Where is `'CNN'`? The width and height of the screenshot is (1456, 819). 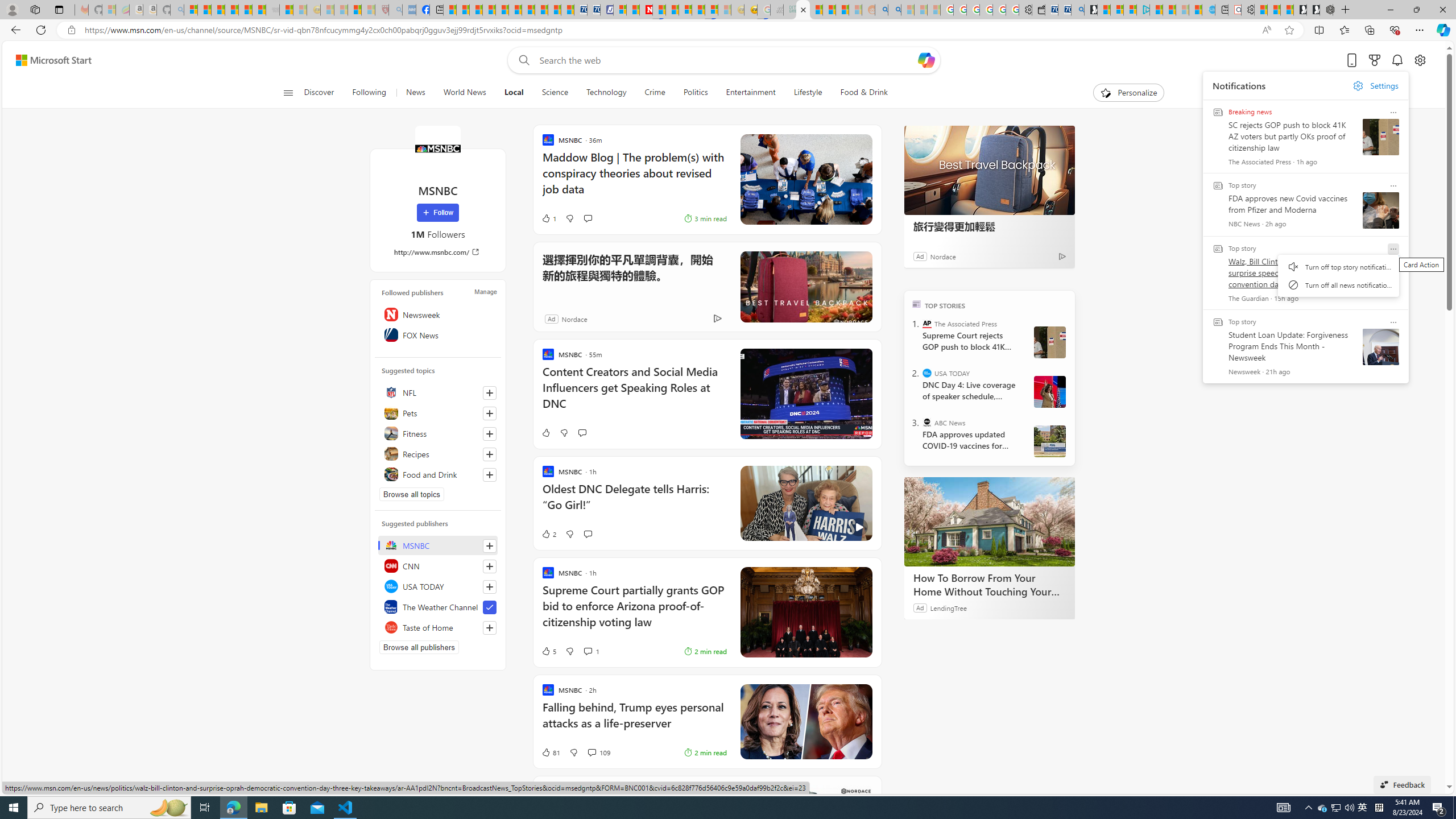
'CNN' is located at coordinates (438, 566).